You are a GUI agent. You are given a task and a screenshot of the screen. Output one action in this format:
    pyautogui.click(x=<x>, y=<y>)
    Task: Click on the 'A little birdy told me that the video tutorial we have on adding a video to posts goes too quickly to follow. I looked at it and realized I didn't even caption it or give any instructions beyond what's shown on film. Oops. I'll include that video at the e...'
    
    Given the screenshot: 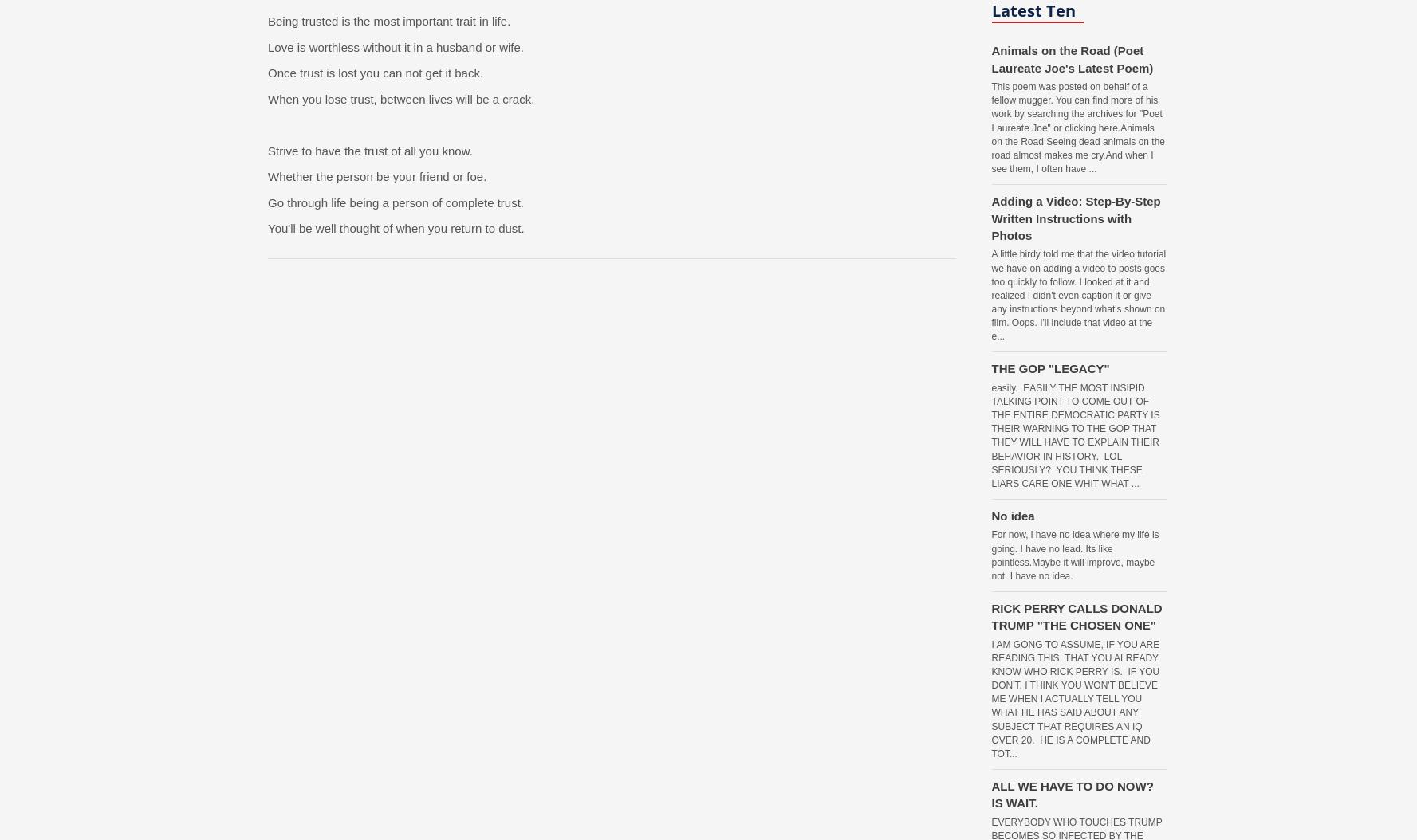 What is the action you would take?
    pyautogui.click(x=1078, y=294)
    